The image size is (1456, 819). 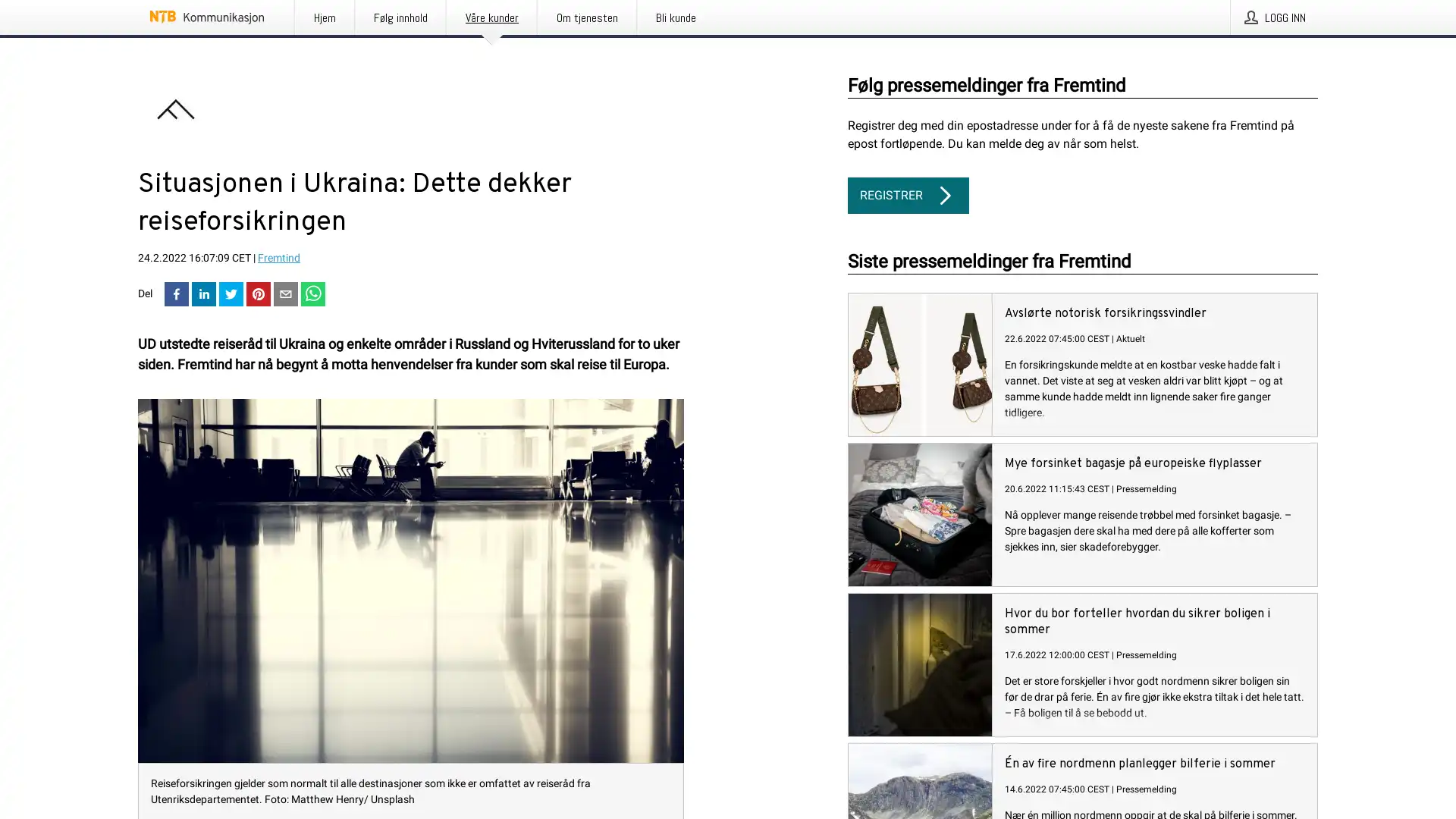 What do you see at coordinates (312, 295) in the screenshot?
I see `whatsapp` at bounding box center [312, 295].